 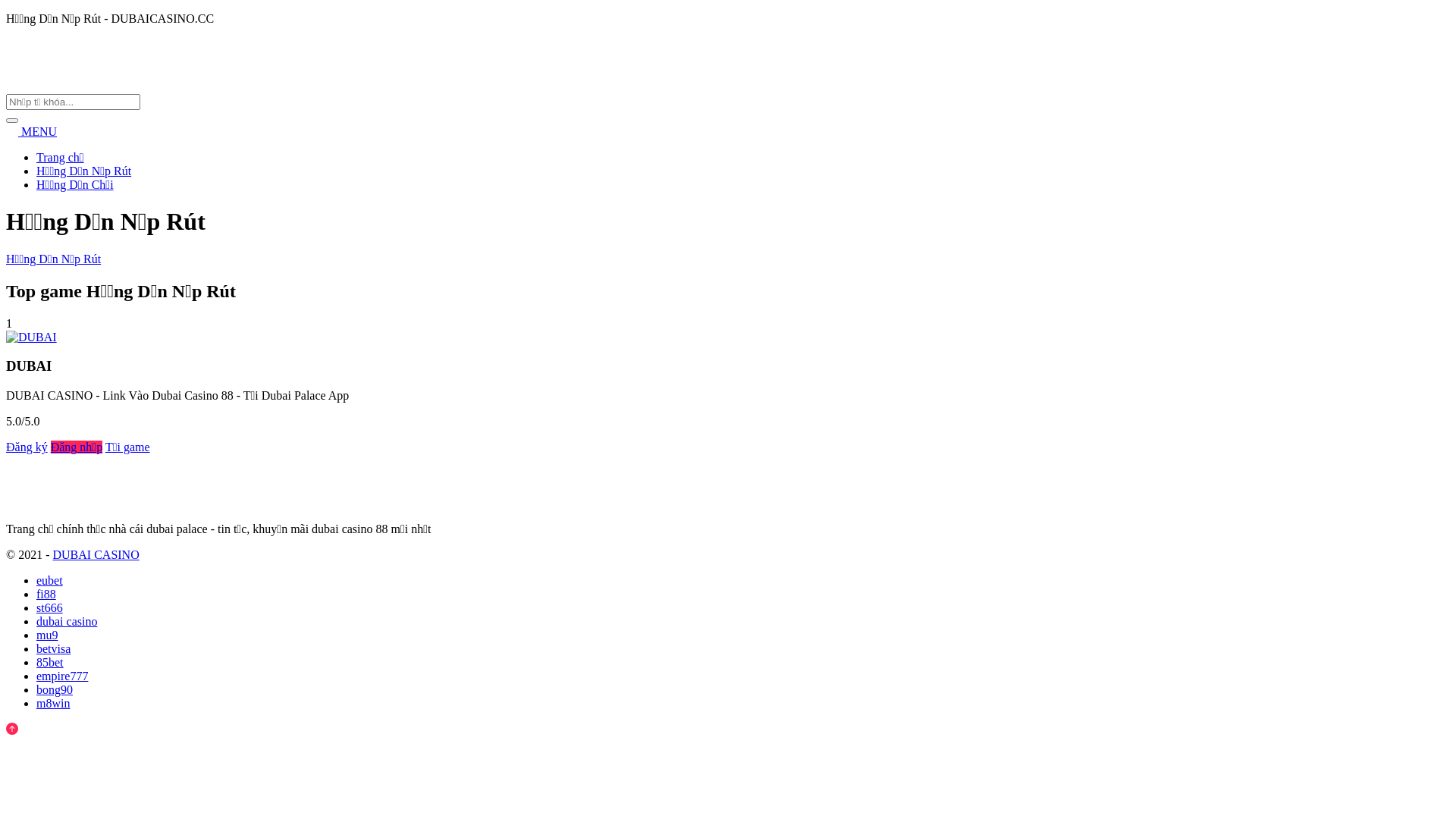 I want to click on 'fi88', so click(x=36, y=593).